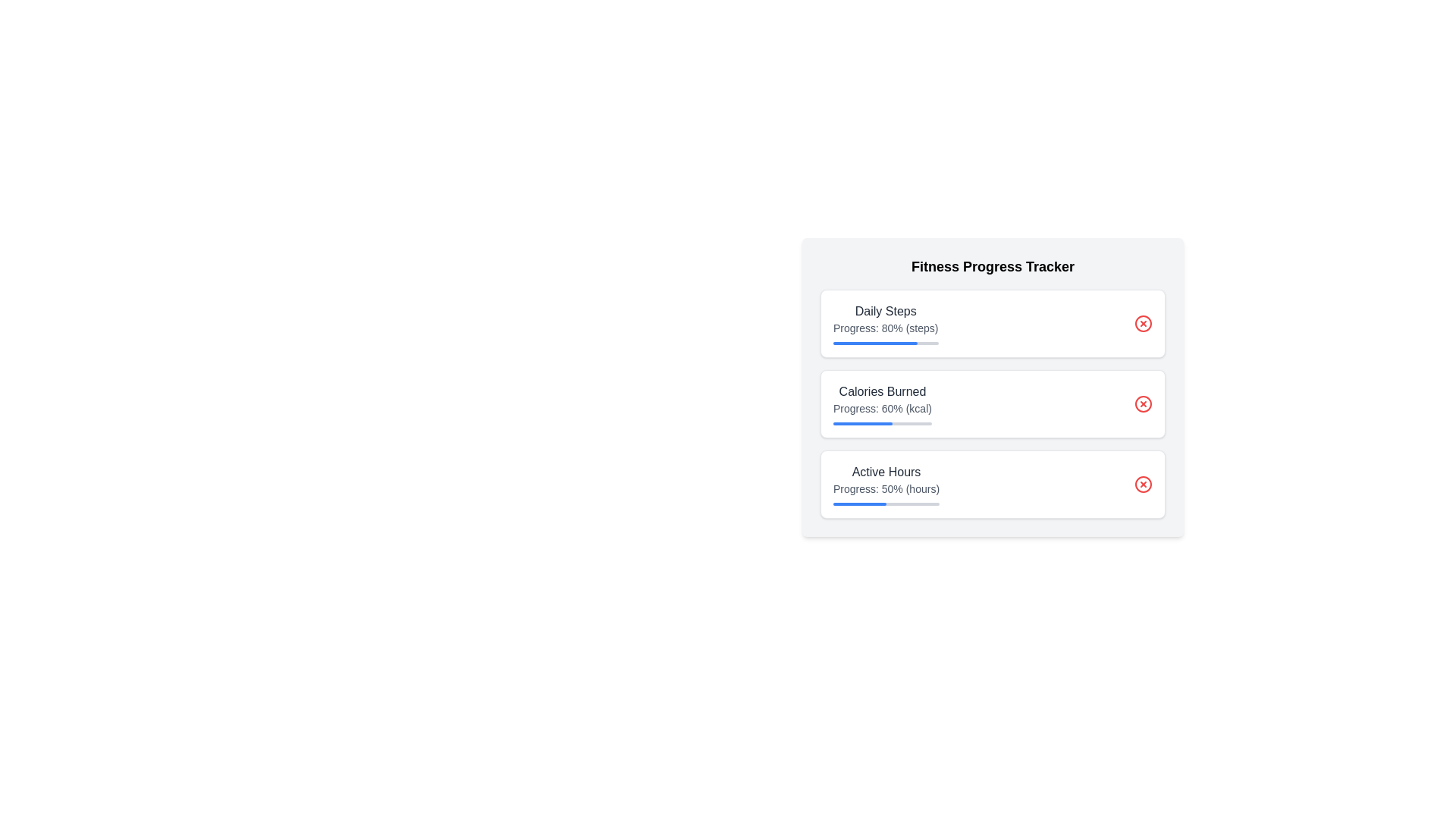 The image size is (1456, 819). Describe the element at coordinates (859, 504) in the screenshot. I see `the blue horizontal progress bar indicating progress within the 'Fitness Progress Tracker' card located at the bottom of the 'Active Hours' section` at that location.